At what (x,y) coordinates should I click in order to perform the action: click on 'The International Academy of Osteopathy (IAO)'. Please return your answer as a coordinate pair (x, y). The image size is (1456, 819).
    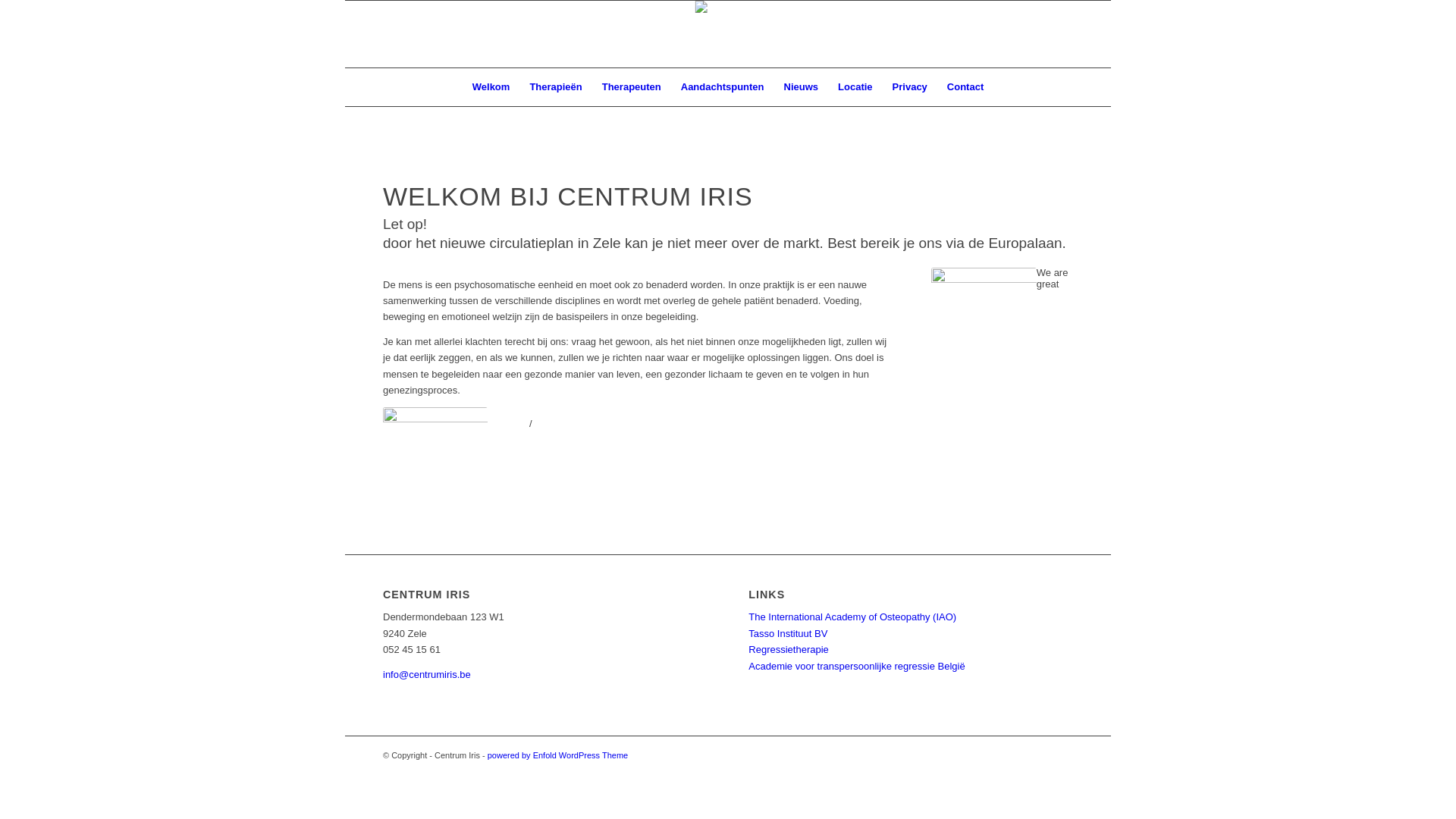
    Looking at the image, I should click on (852, 617).